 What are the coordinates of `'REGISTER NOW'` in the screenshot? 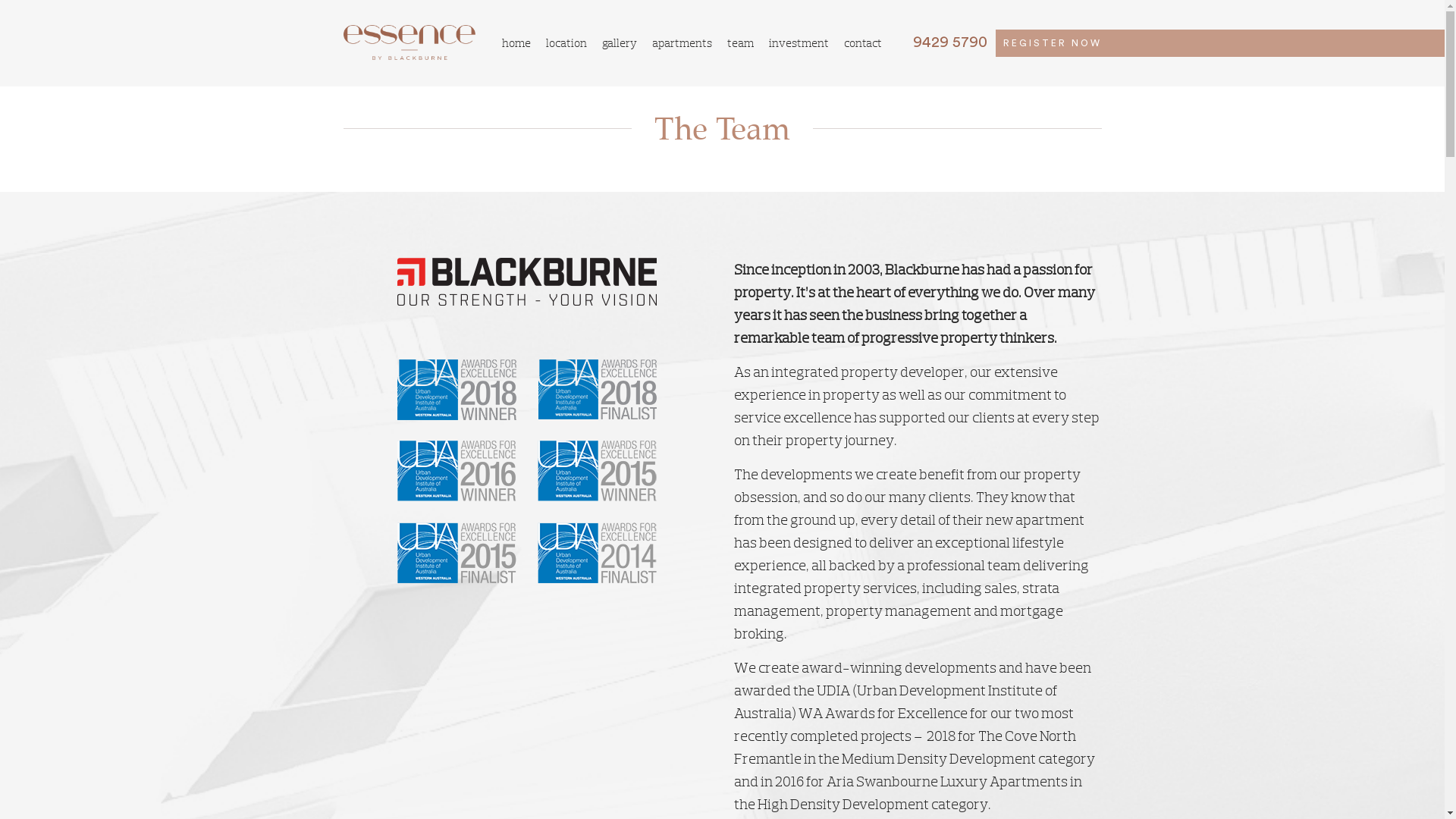 It's located at (1051, 42).